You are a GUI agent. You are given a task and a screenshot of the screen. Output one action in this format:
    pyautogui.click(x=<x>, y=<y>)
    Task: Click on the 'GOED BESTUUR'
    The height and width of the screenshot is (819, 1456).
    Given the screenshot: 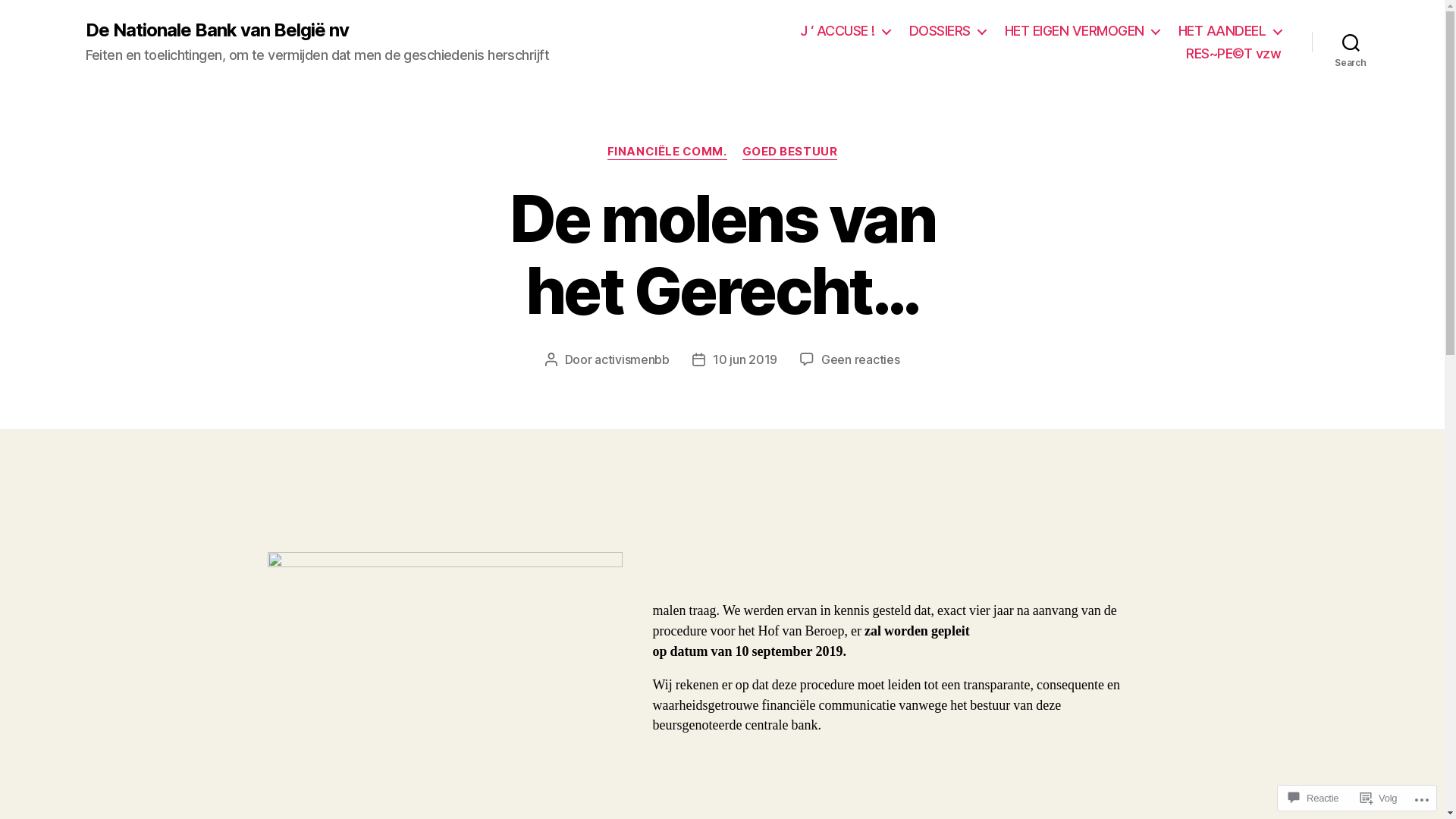 What is the action you would take?
    pyautogui.click(x=742, y=152)
    